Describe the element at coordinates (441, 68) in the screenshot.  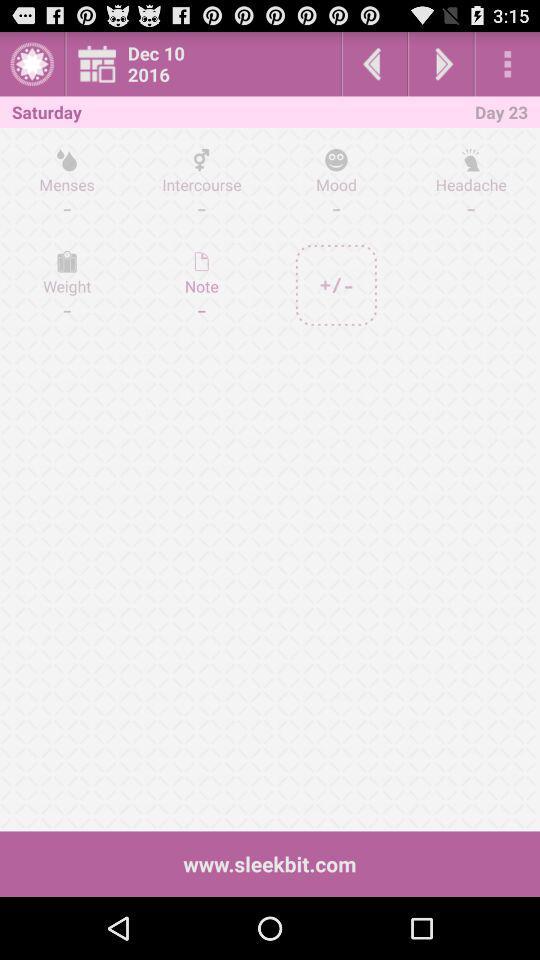
I see `the arrow_forward icon` at that location.